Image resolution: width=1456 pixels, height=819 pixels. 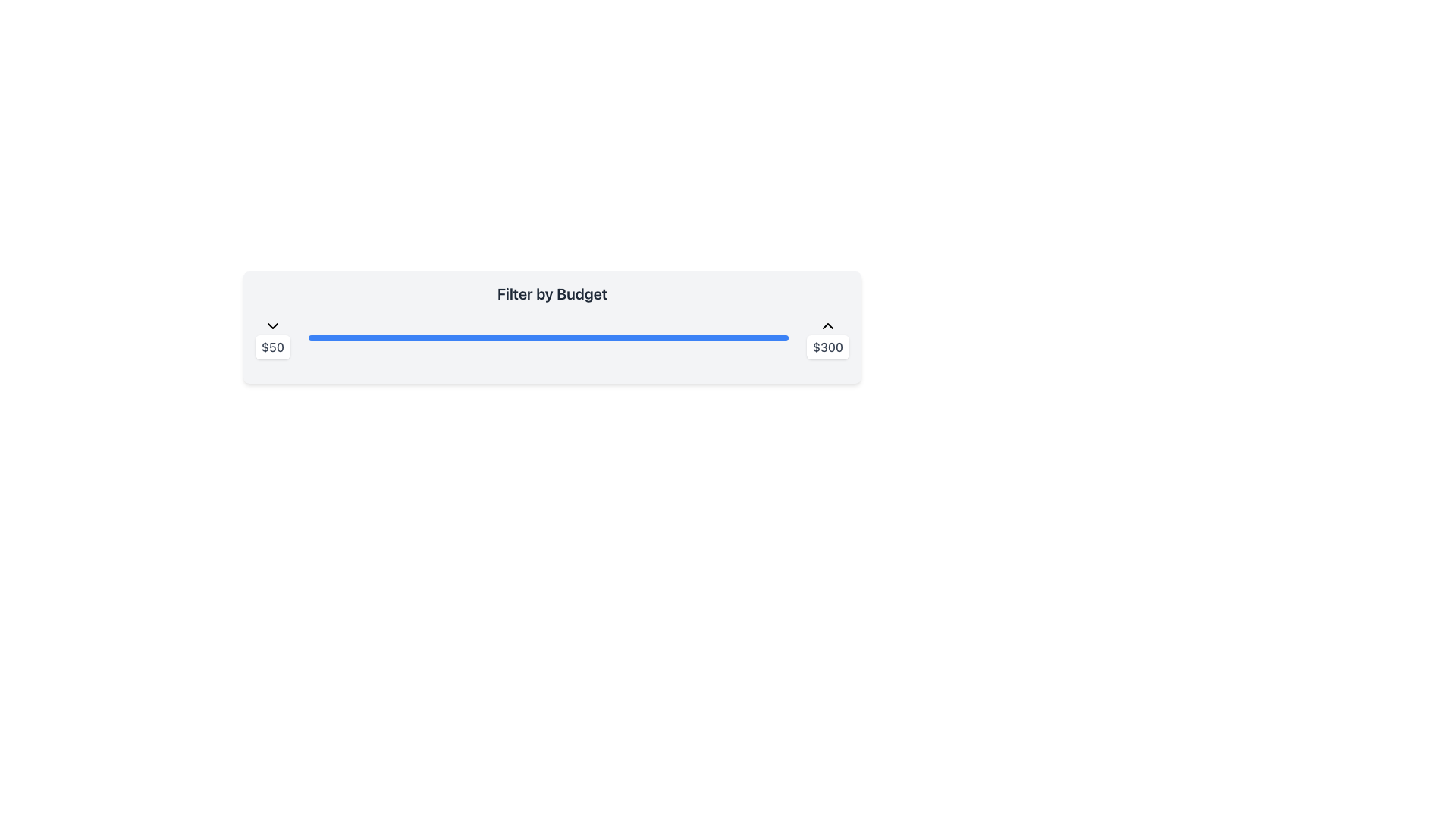 What do you see at coordinates (714, 337) in the screenshot?
I see `the budget filter` at bounding box center [714, 337].